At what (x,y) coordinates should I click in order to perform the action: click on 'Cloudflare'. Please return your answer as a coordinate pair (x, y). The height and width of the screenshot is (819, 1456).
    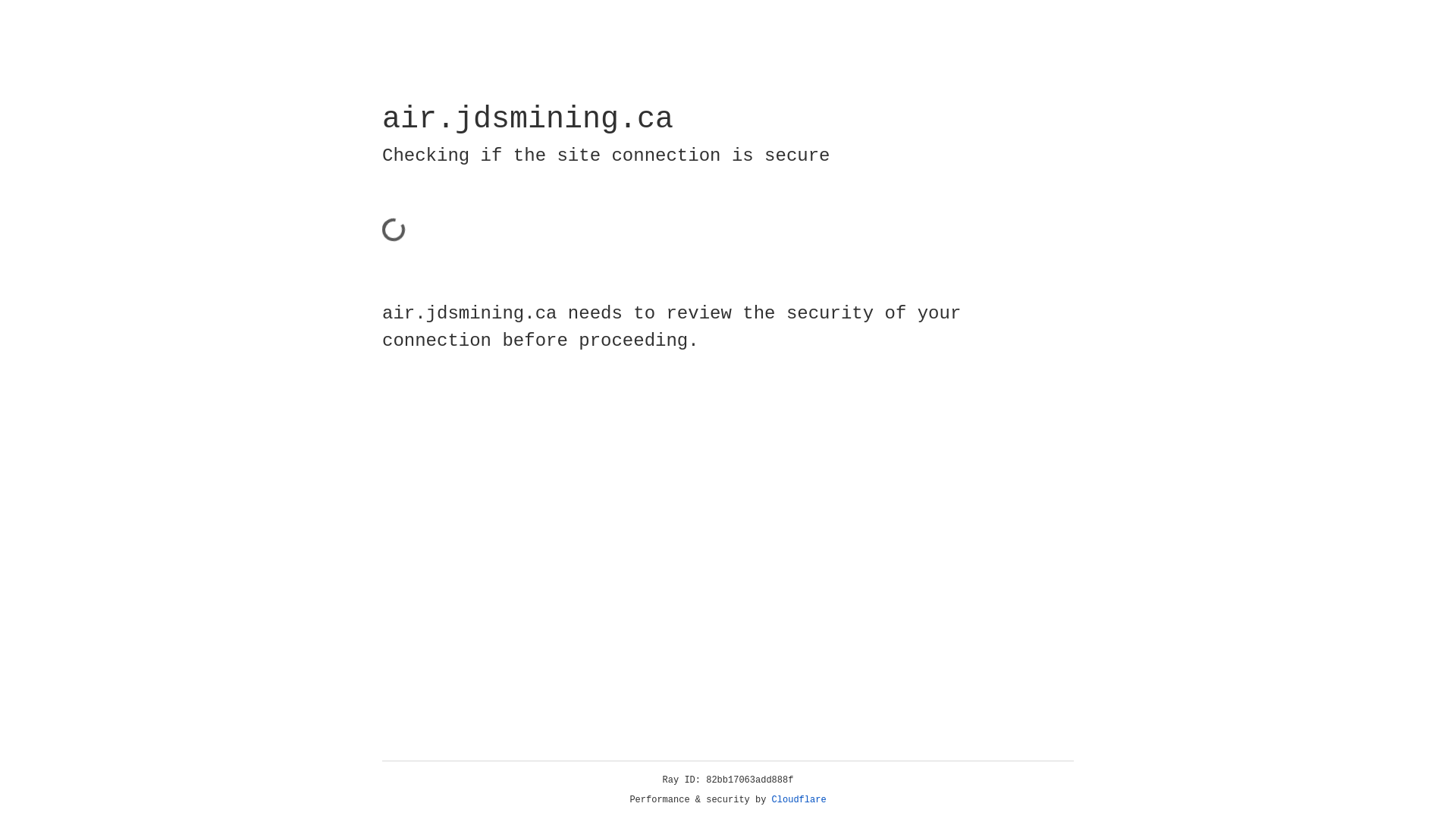
    Looking at the image, I should click on (799, 799).